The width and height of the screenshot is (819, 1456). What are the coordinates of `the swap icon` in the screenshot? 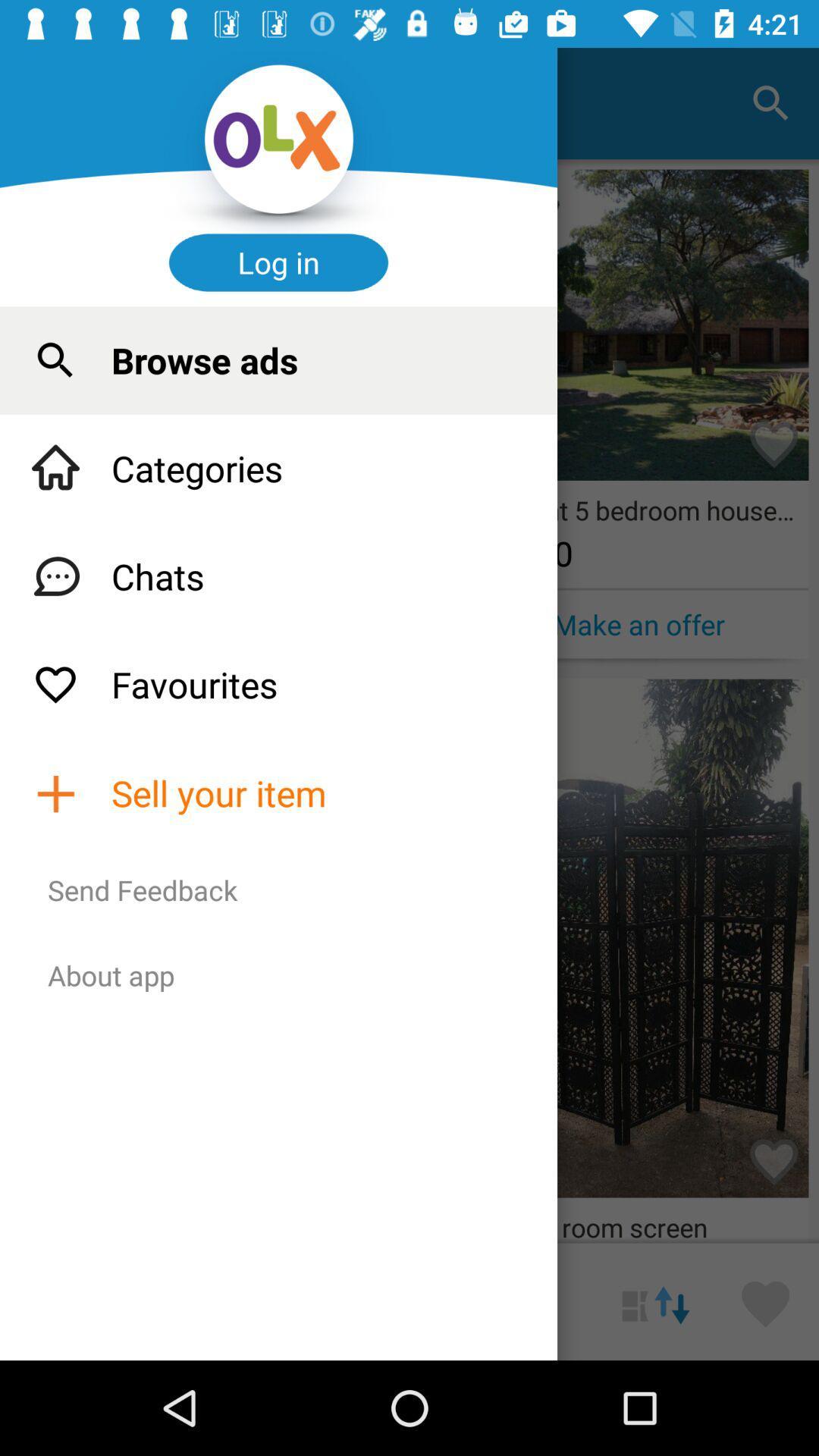 It's located at (654, 1301).